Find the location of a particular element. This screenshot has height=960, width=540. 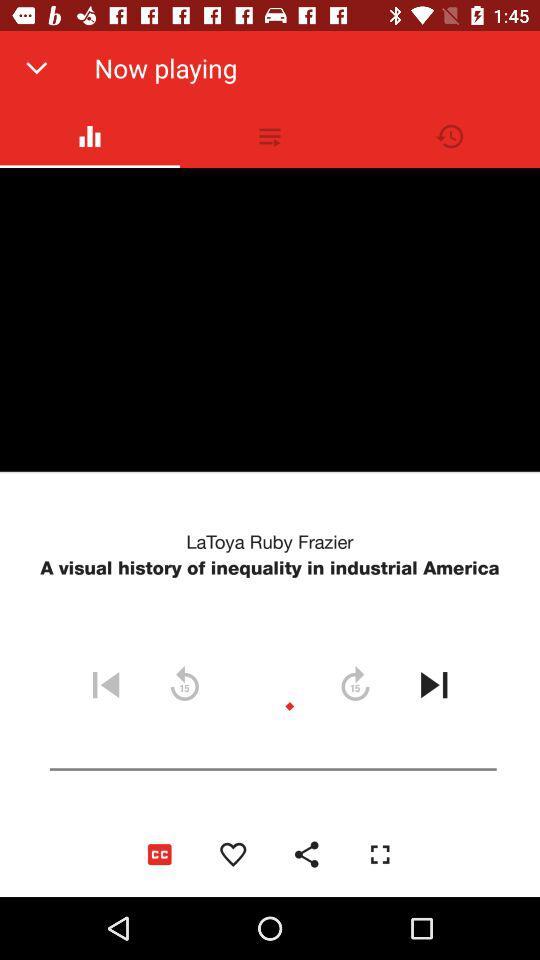

the share icon is located at coordinates (306, 853).